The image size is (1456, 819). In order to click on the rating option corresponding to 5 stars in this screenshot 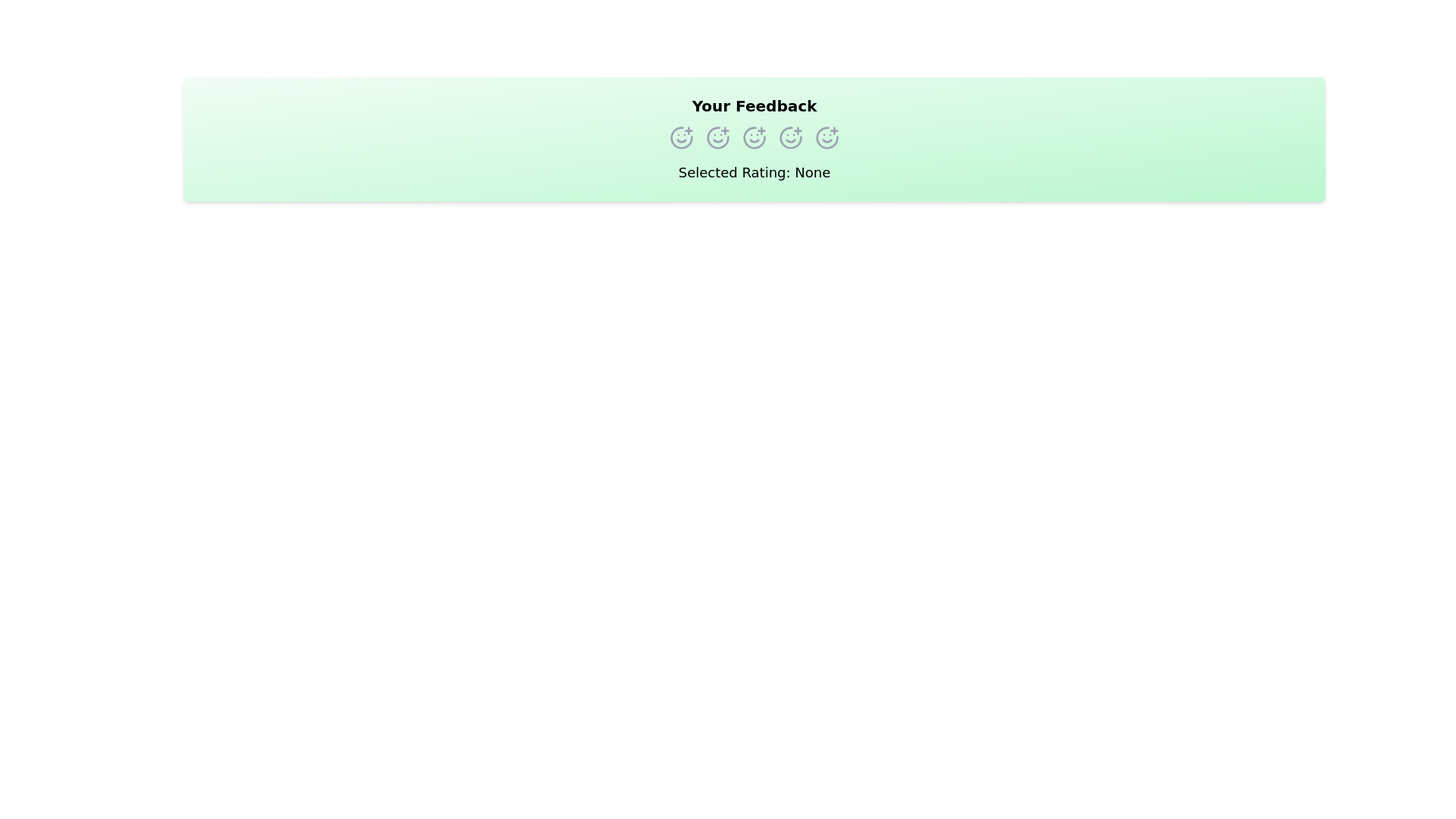, I will do `click(826, 137)`.